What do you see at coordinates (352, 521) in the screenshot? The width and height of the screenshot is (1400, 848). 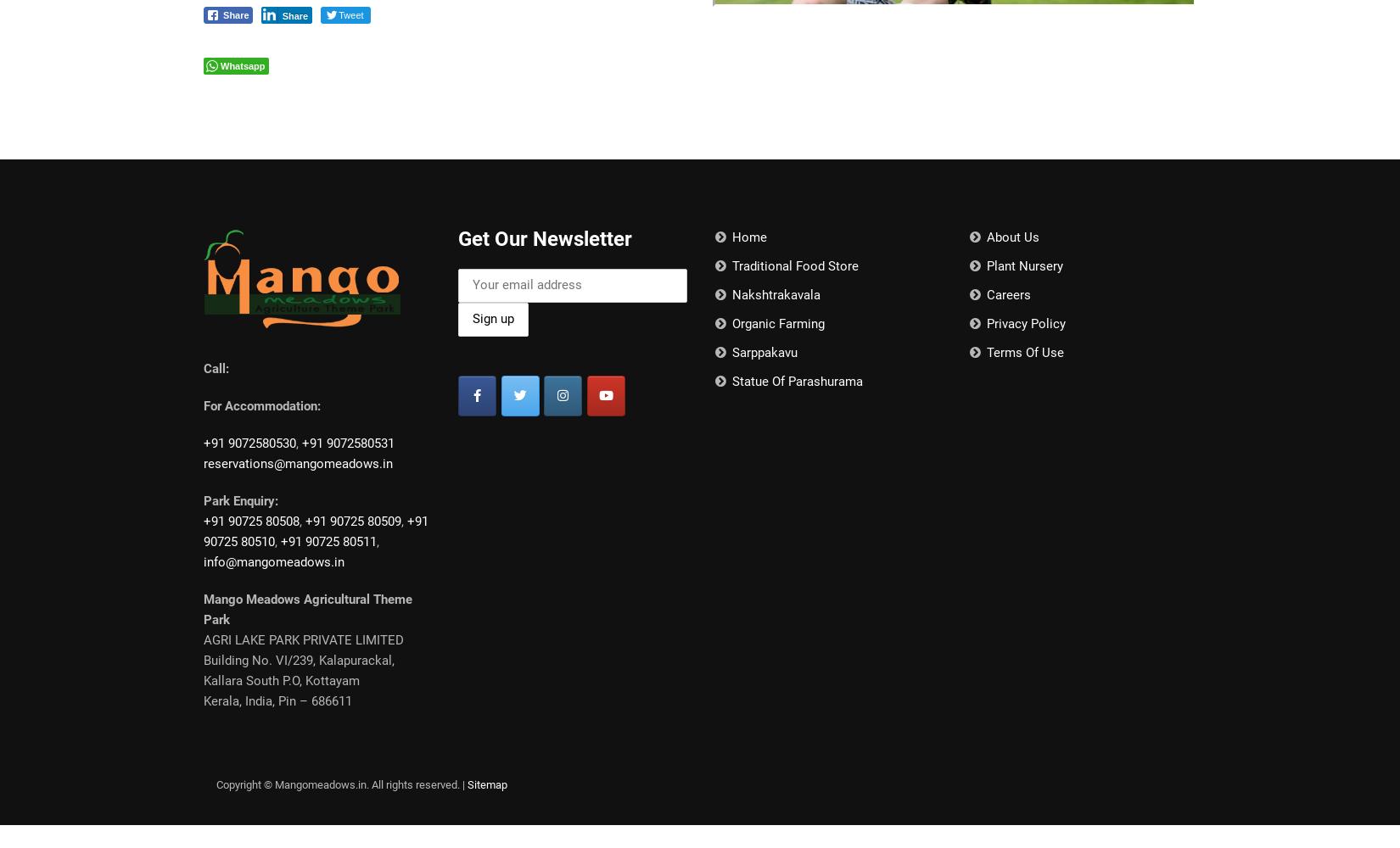 I see `'+91 90725 80509'` at bounding box center [352, 521].